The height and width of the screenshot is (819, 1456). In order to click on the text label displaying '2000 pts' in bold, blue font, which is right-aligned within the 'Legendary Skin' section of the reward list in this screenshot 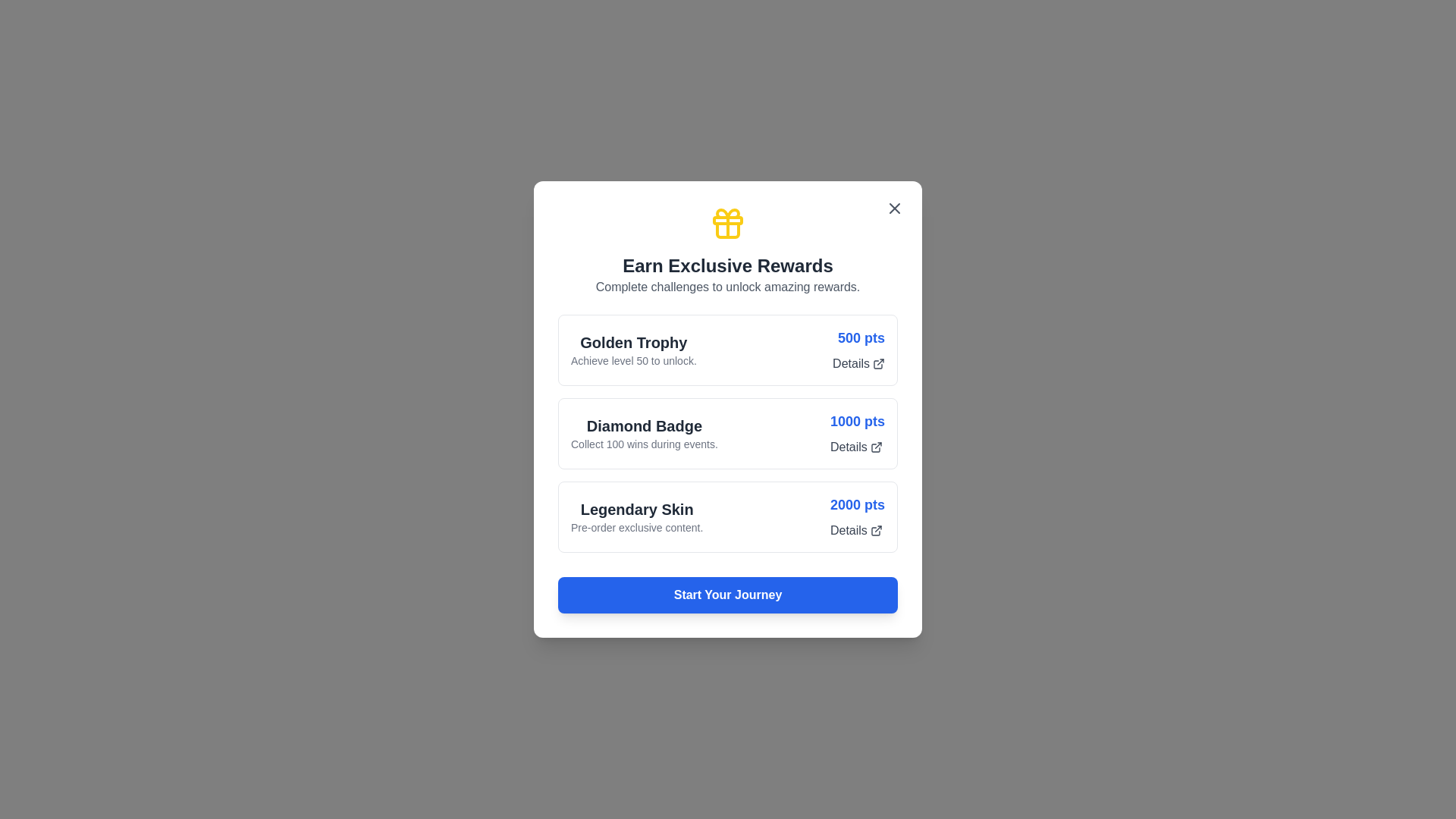, I will do `click(858, 505)`.